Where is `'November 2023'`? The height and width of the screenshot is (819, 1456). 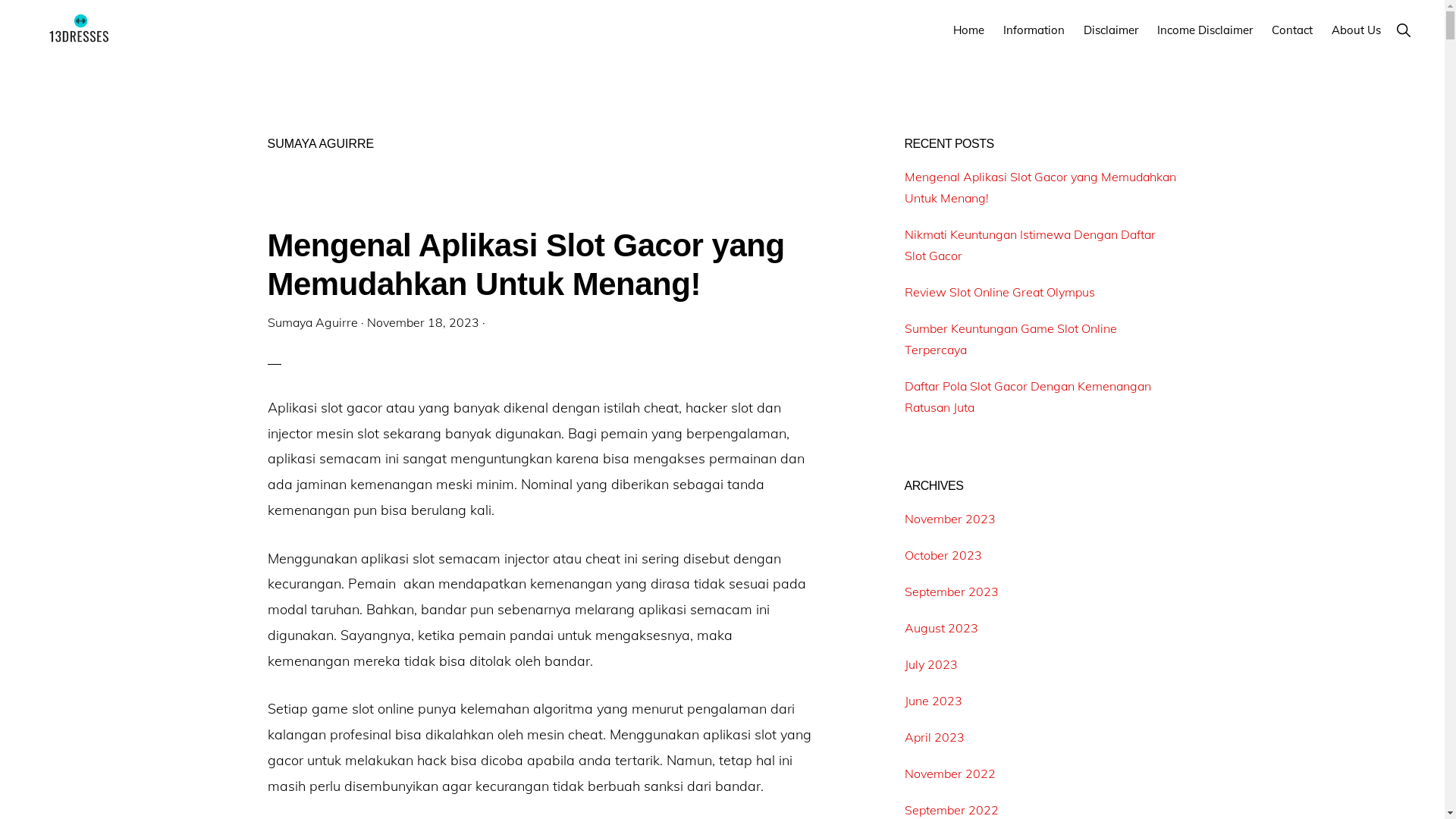 'November 2023' is located at coordinates (903, 517).